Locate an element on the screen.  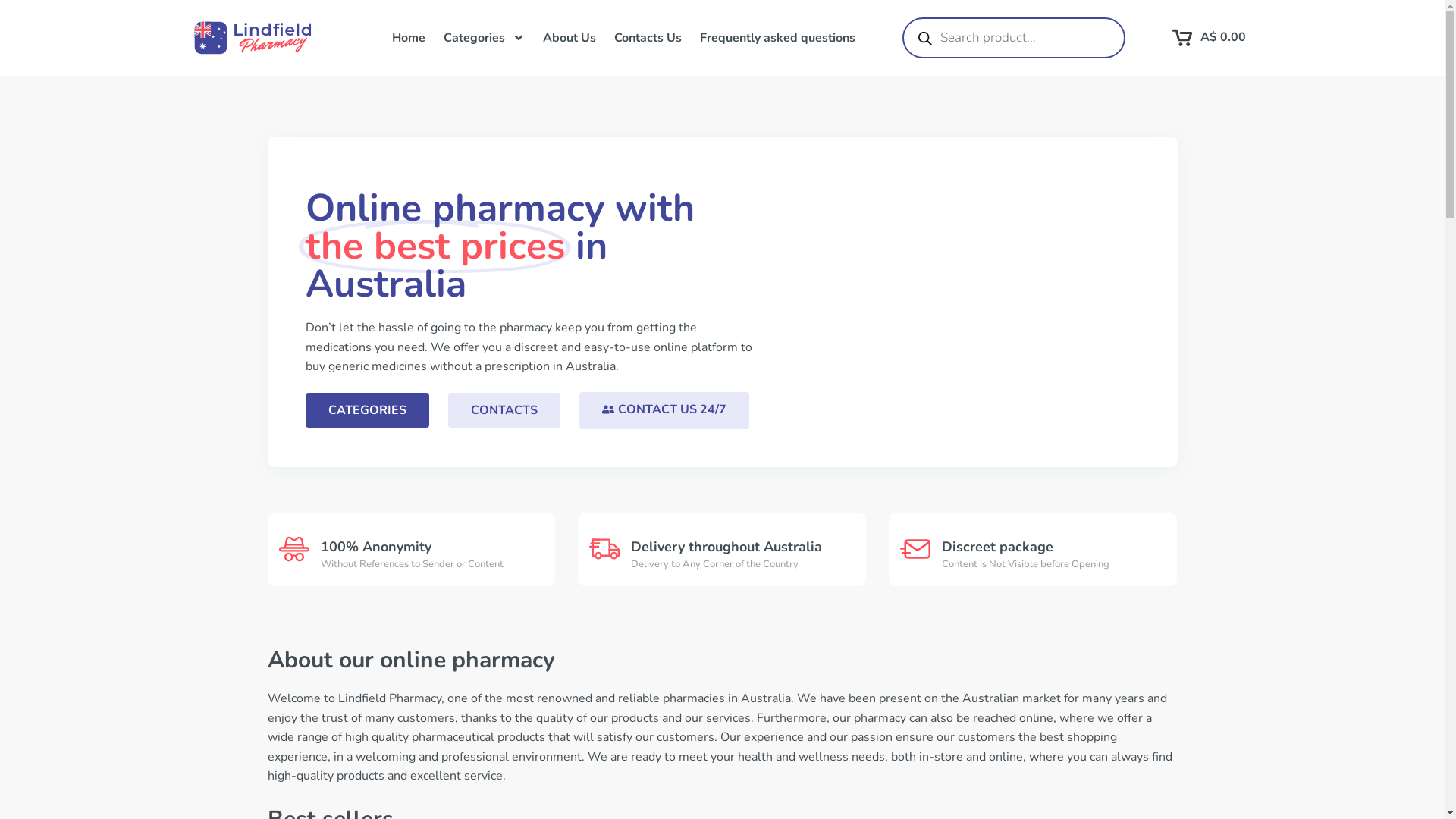
'Categories' is located at coordinates (482, 37).